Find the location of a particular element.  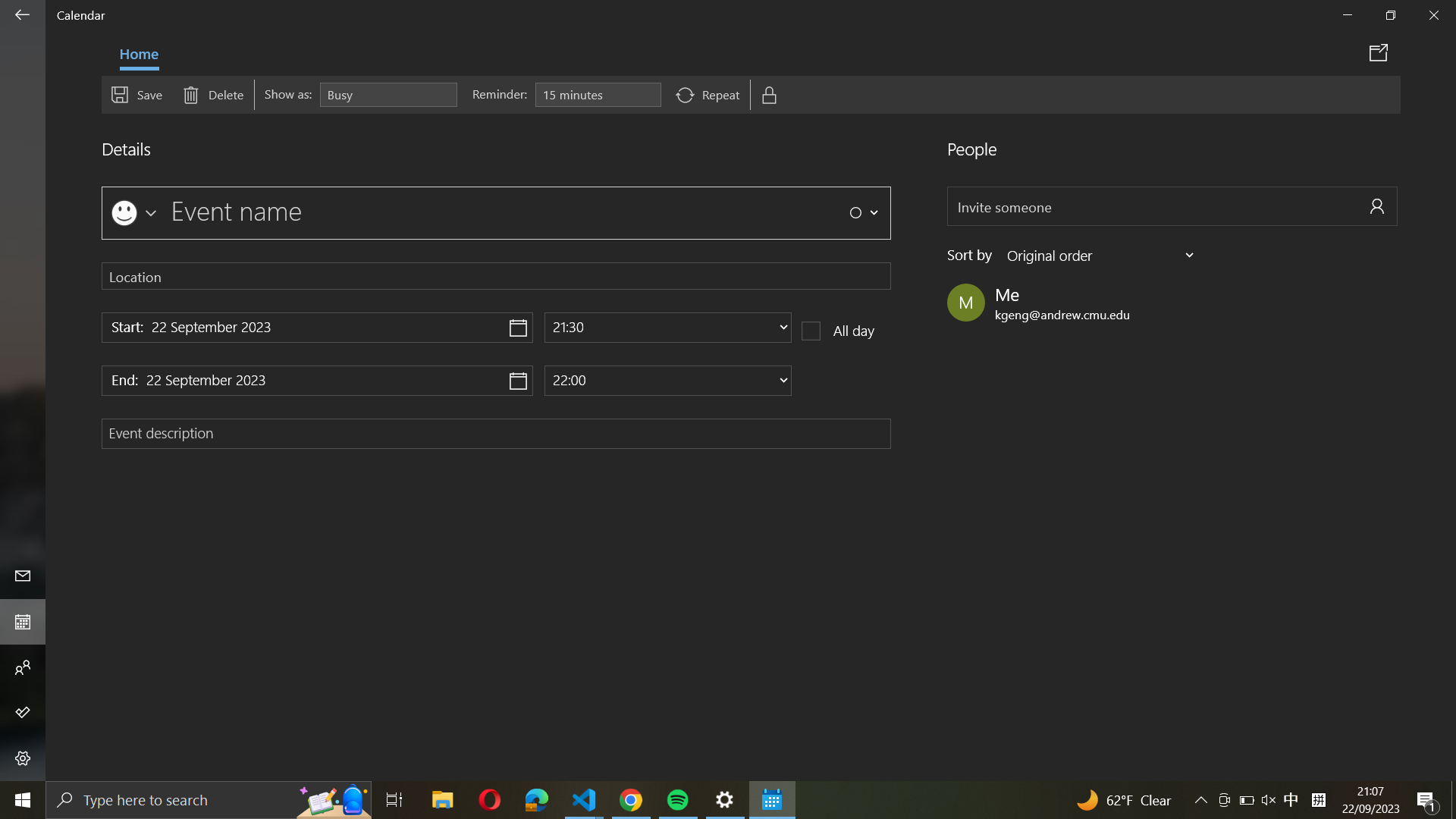

start date as "22 December 2020 is located at coordinates (316, 327).